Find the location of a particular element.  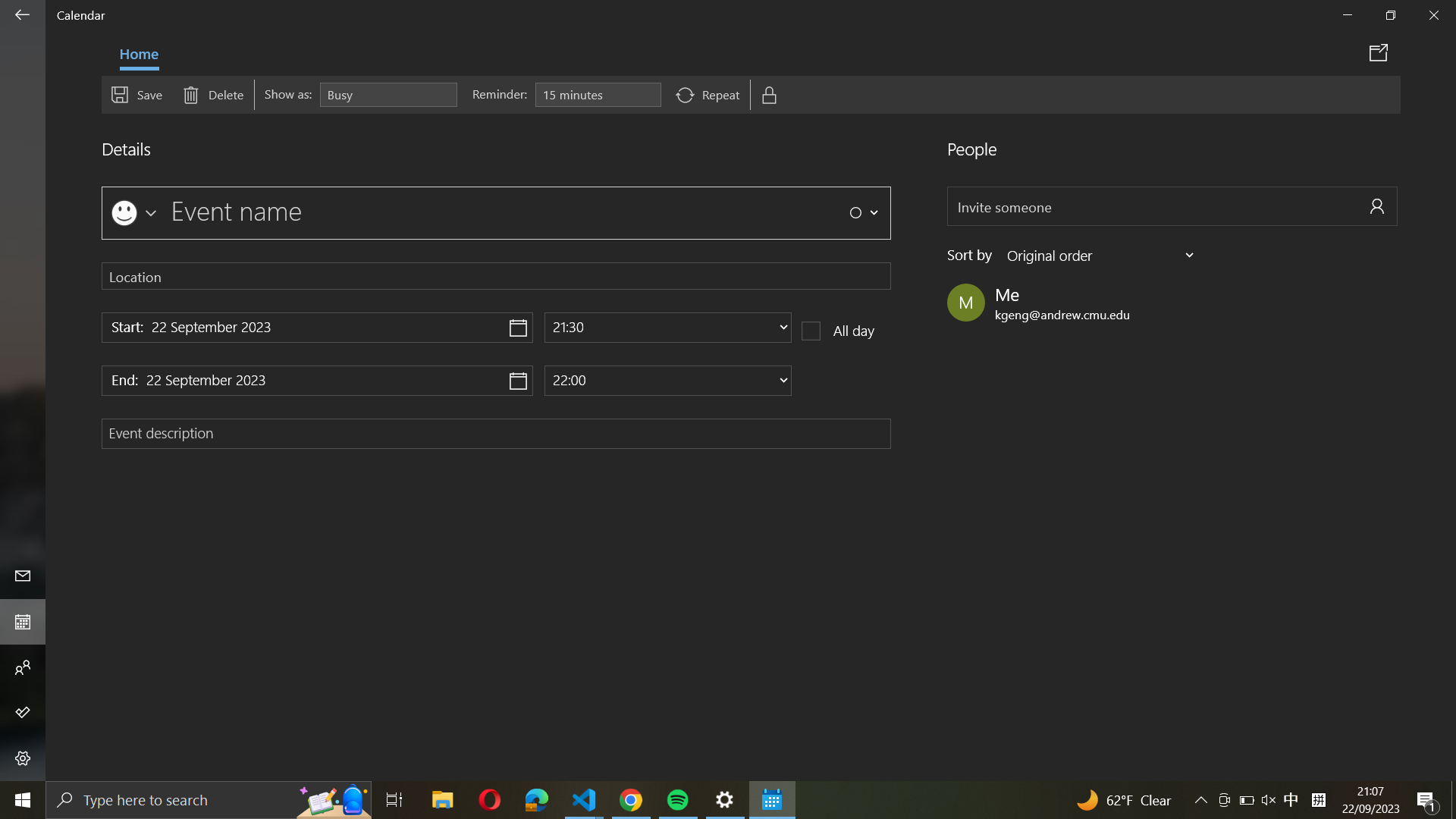

start date as "22 December 2020 is located at coordinates (316, 327).